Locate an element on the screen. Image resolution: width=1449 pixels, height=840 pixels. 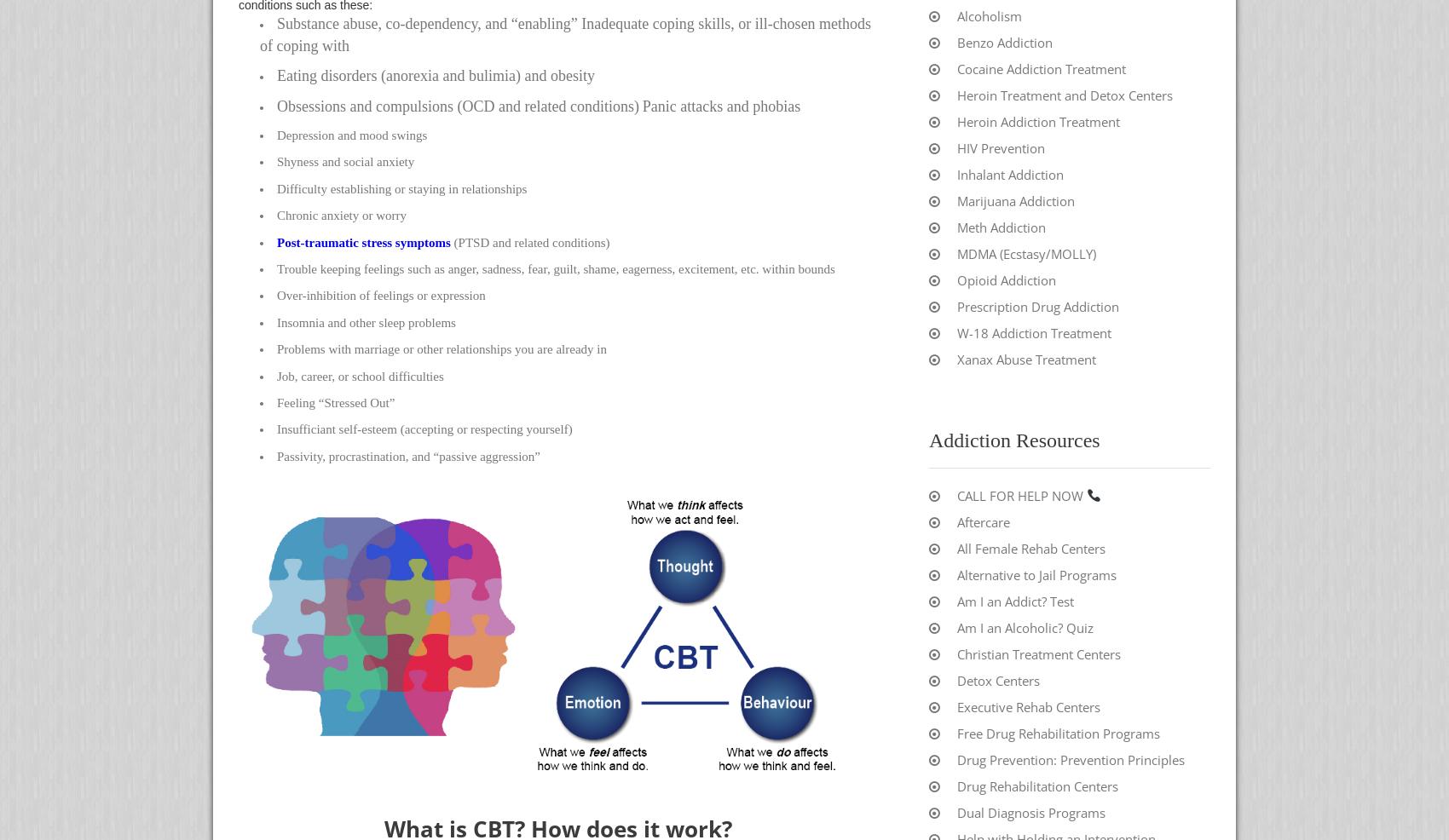
'Drug Rehabilitation Centers' is located at coordinates (1036, 785).